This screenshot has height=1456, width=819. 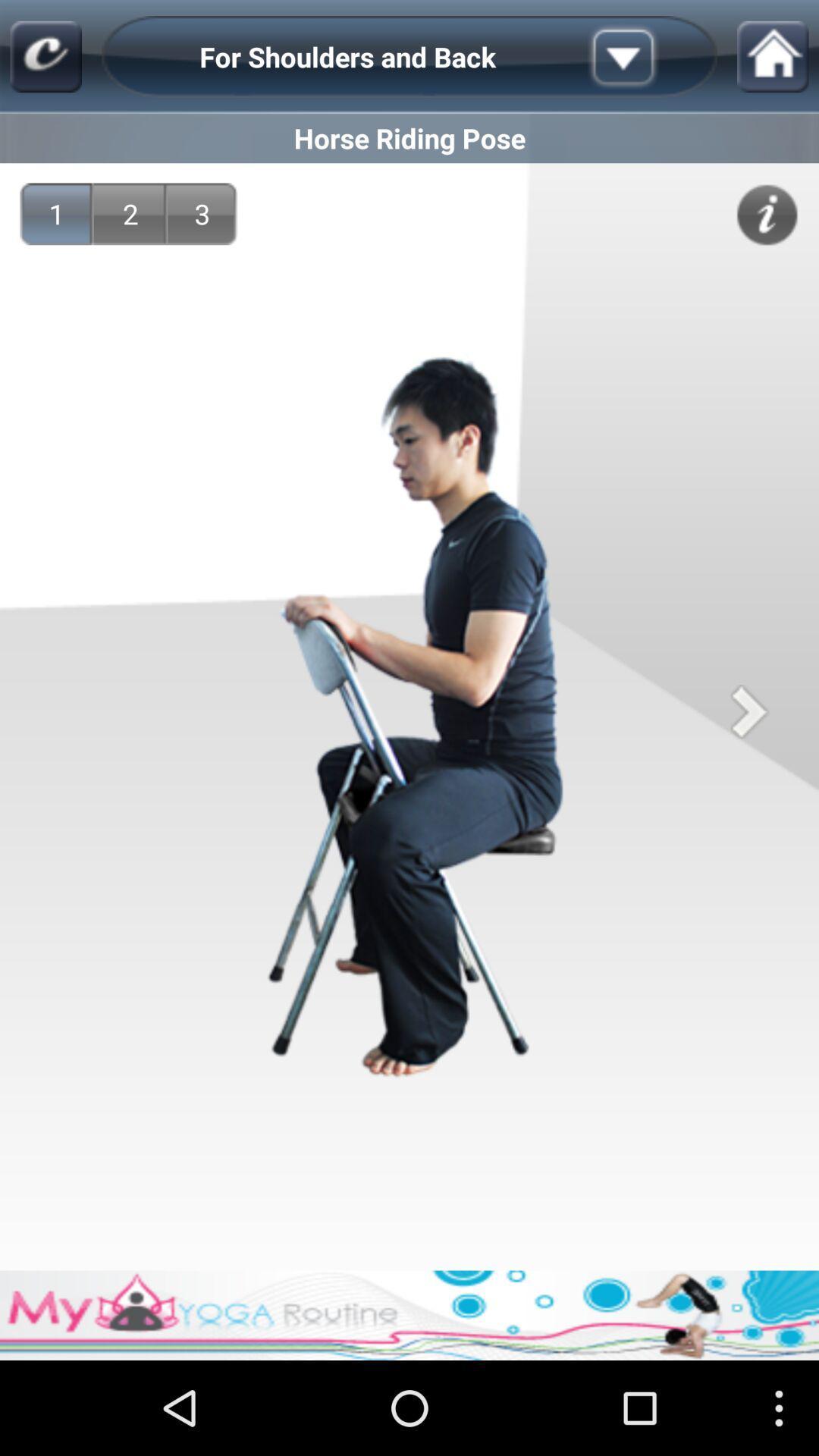 What do you see at coordinates (55, 213) in the screenshot?
I see `app to the left of the 2` at bounding box center [55, 213].